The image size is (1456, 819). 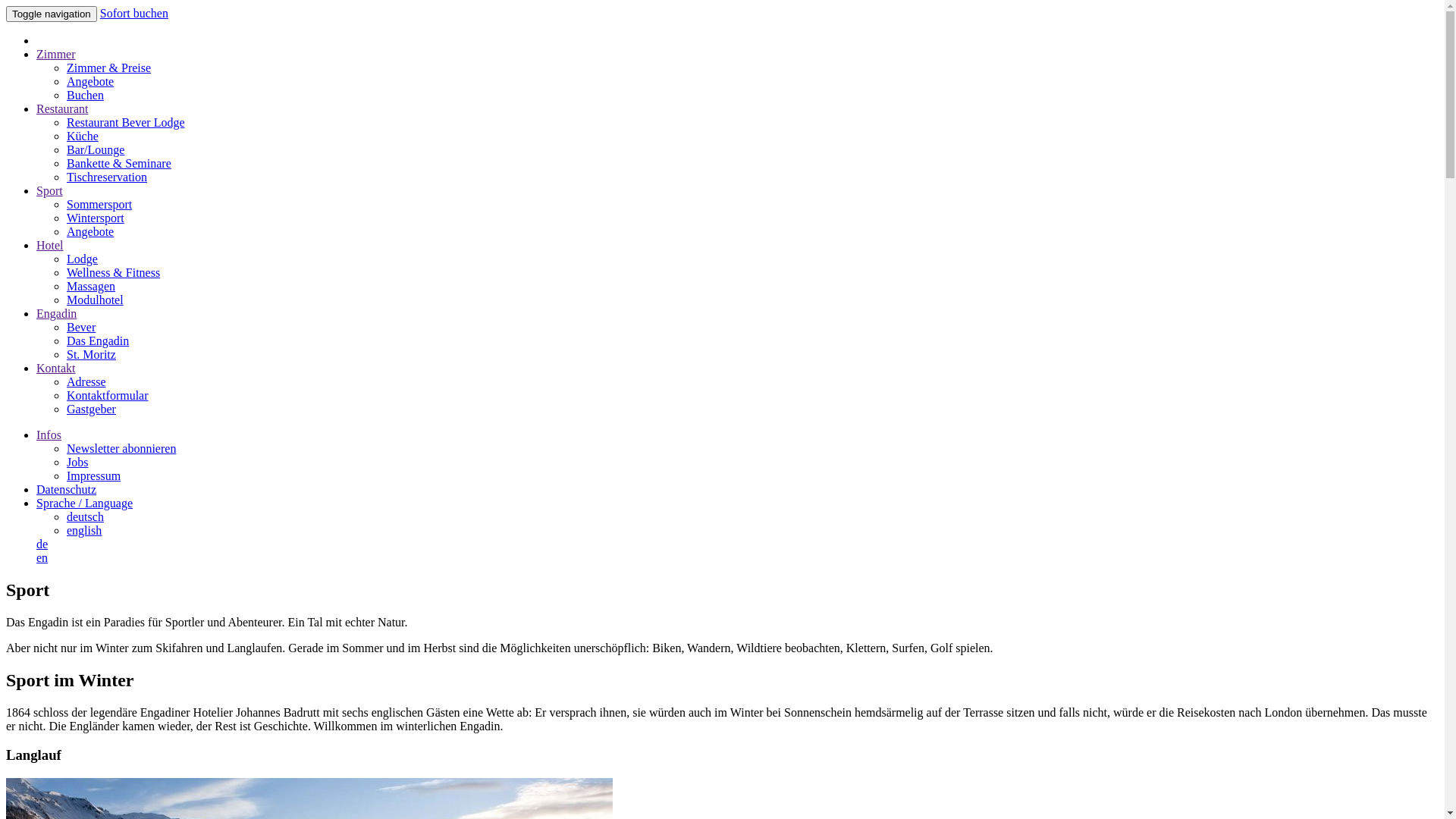 What do you see at coordinates (42, 543) in the screenshot?
I see `'de'` at bounding box center [42, 543].